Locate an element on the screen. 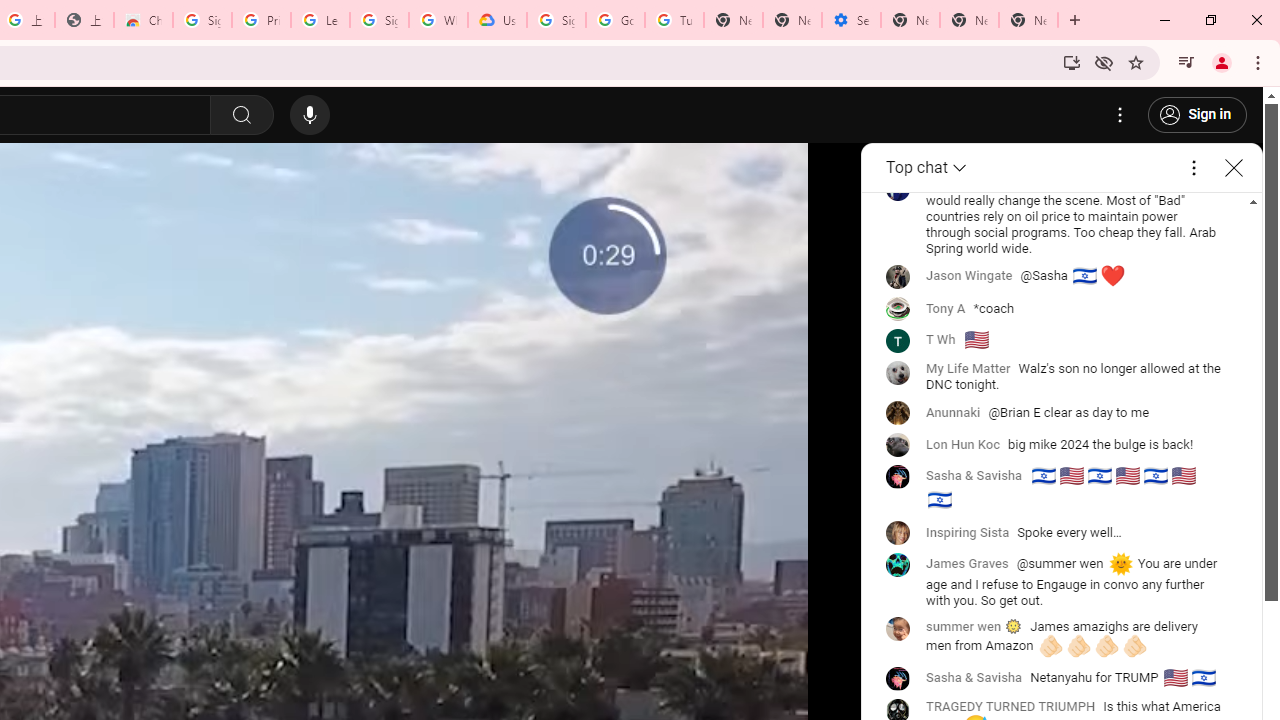 The height and width of the screenshot is (720, 1280). 'Google Account Help' is located at coordinates (614, 20).